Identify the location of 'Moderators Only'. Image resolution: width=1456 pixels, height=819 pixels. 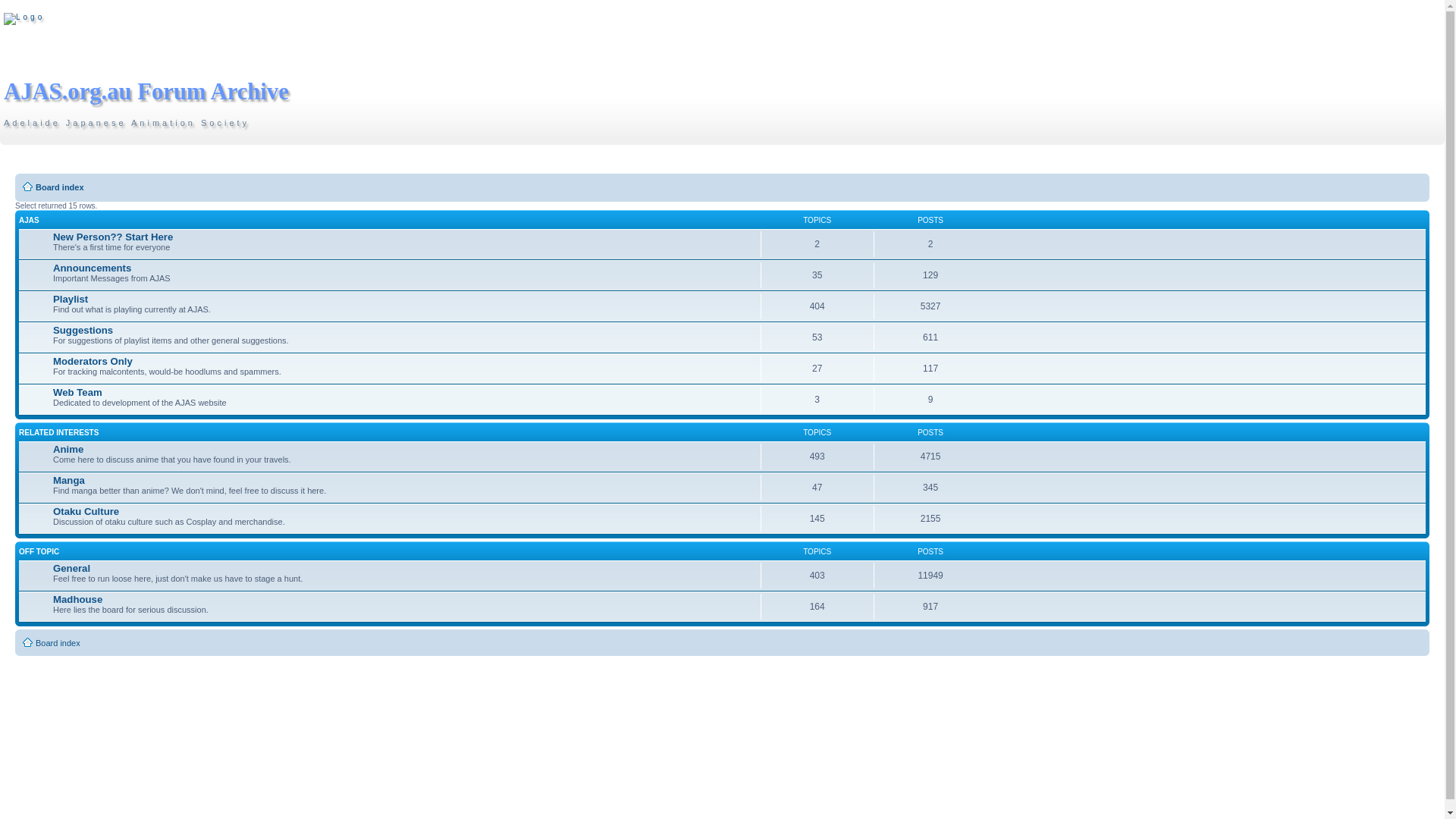
(92, 361).